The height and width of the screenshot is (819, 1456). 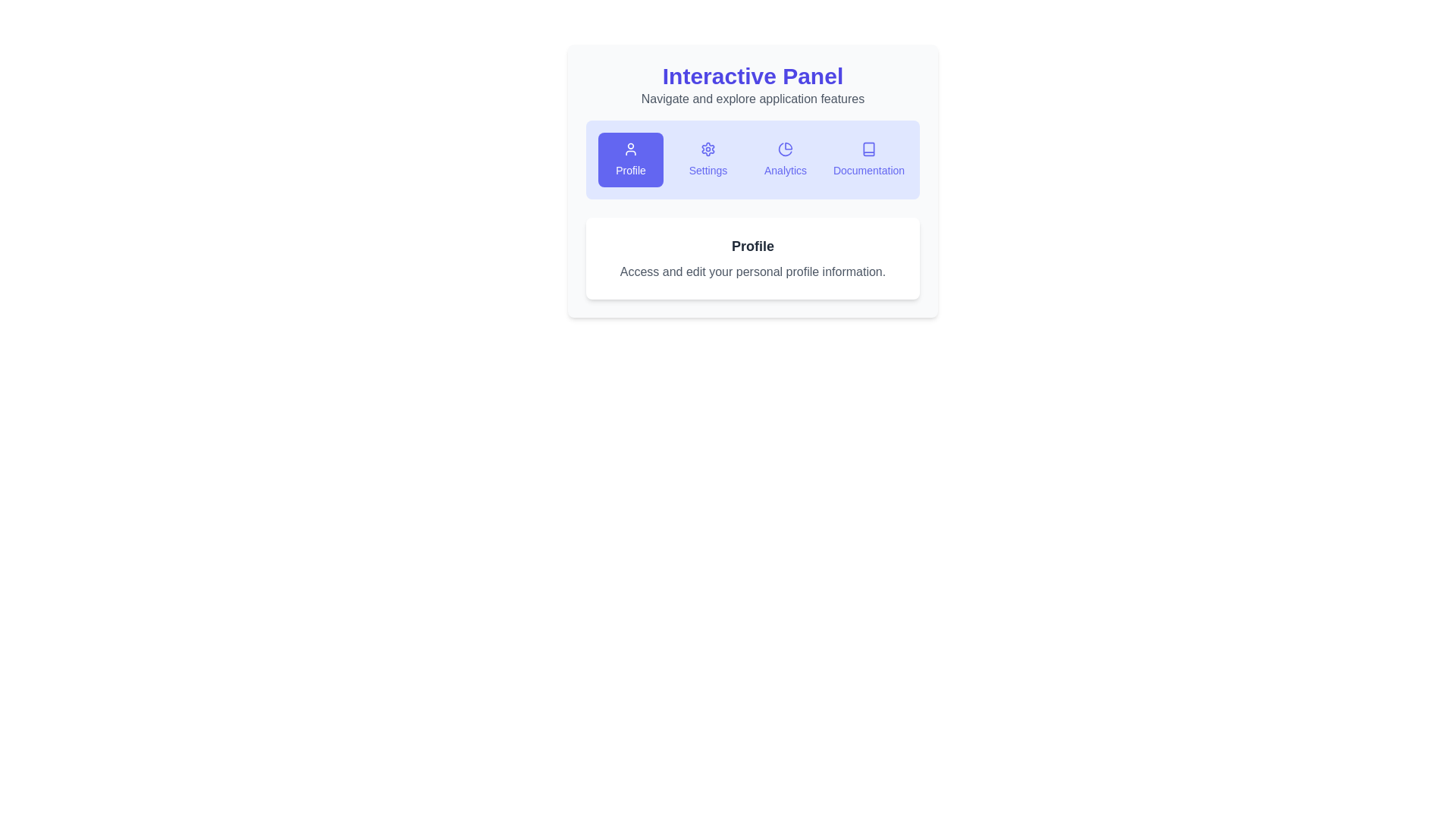 I want to click on a specific card in the Interactive navigation panel, so click(x=753, y=180).